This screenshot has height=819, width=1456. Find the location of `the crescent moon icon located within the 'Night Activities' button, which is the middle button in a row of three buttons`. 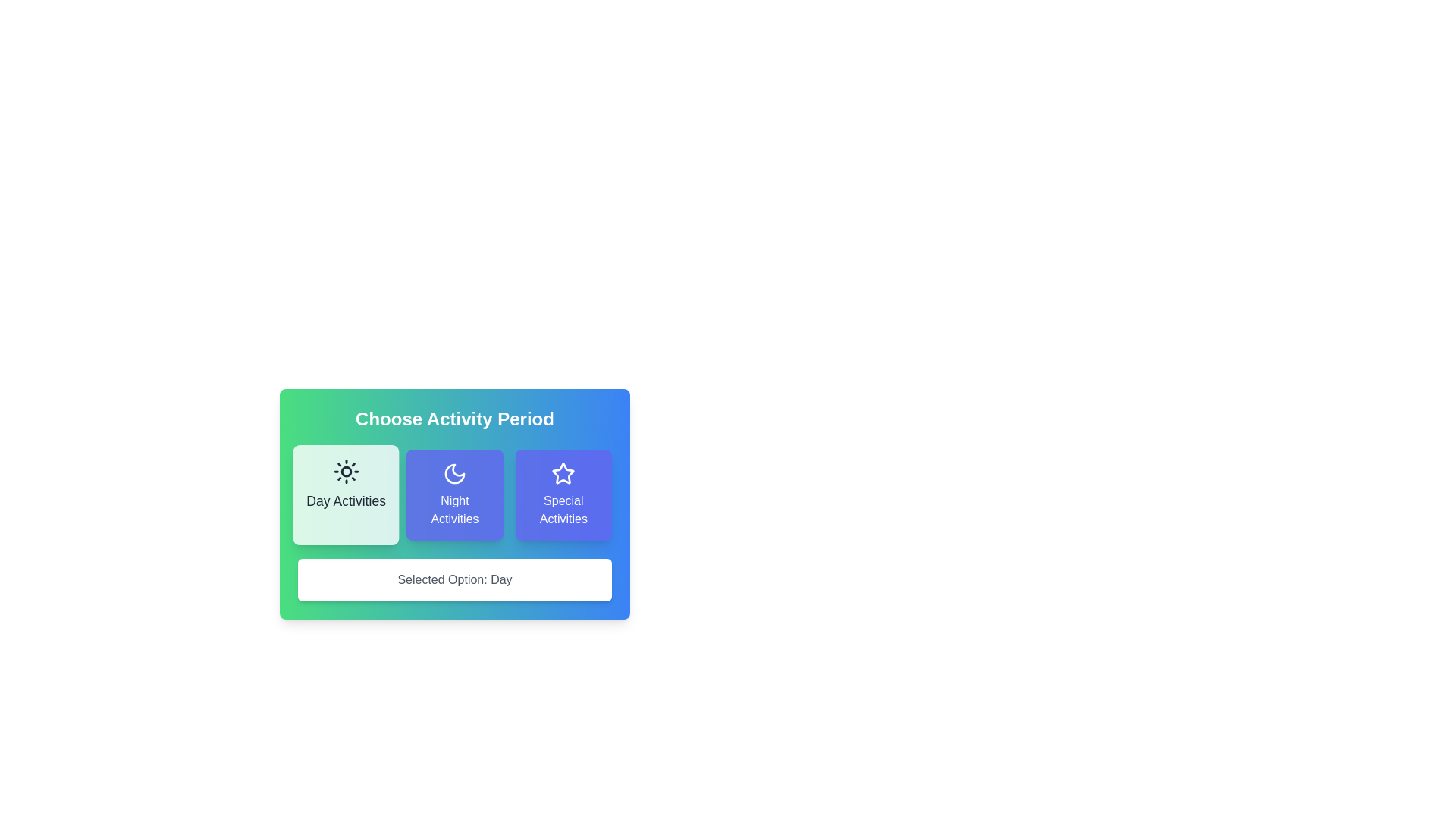

the crescent moon icon located within the 'Night Activities' button, which is the middle button in a row of three buttons is located at coordinates (454, 472).